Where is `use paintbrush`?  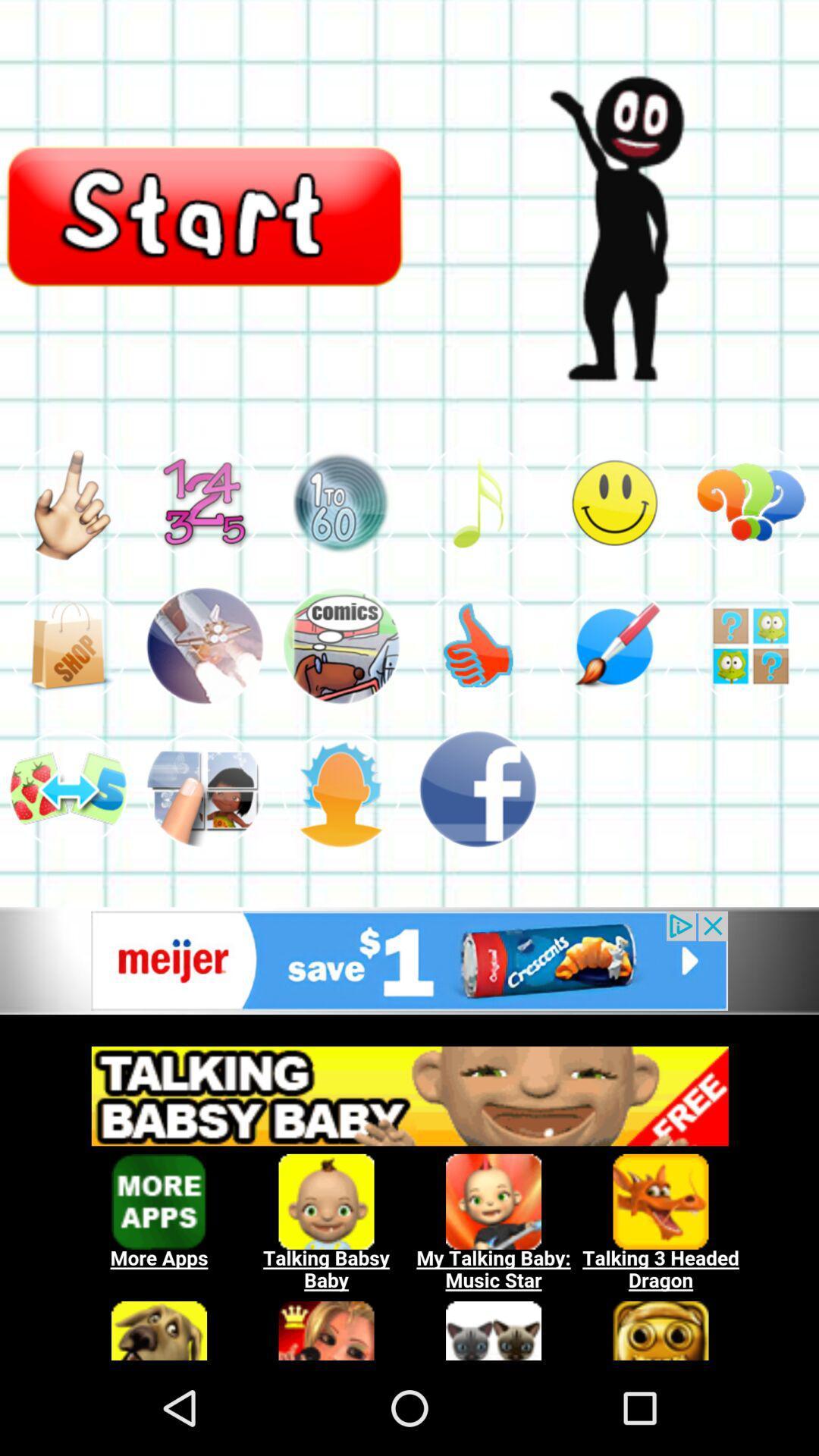 use paintbrush is located at coordinates (614, 645).